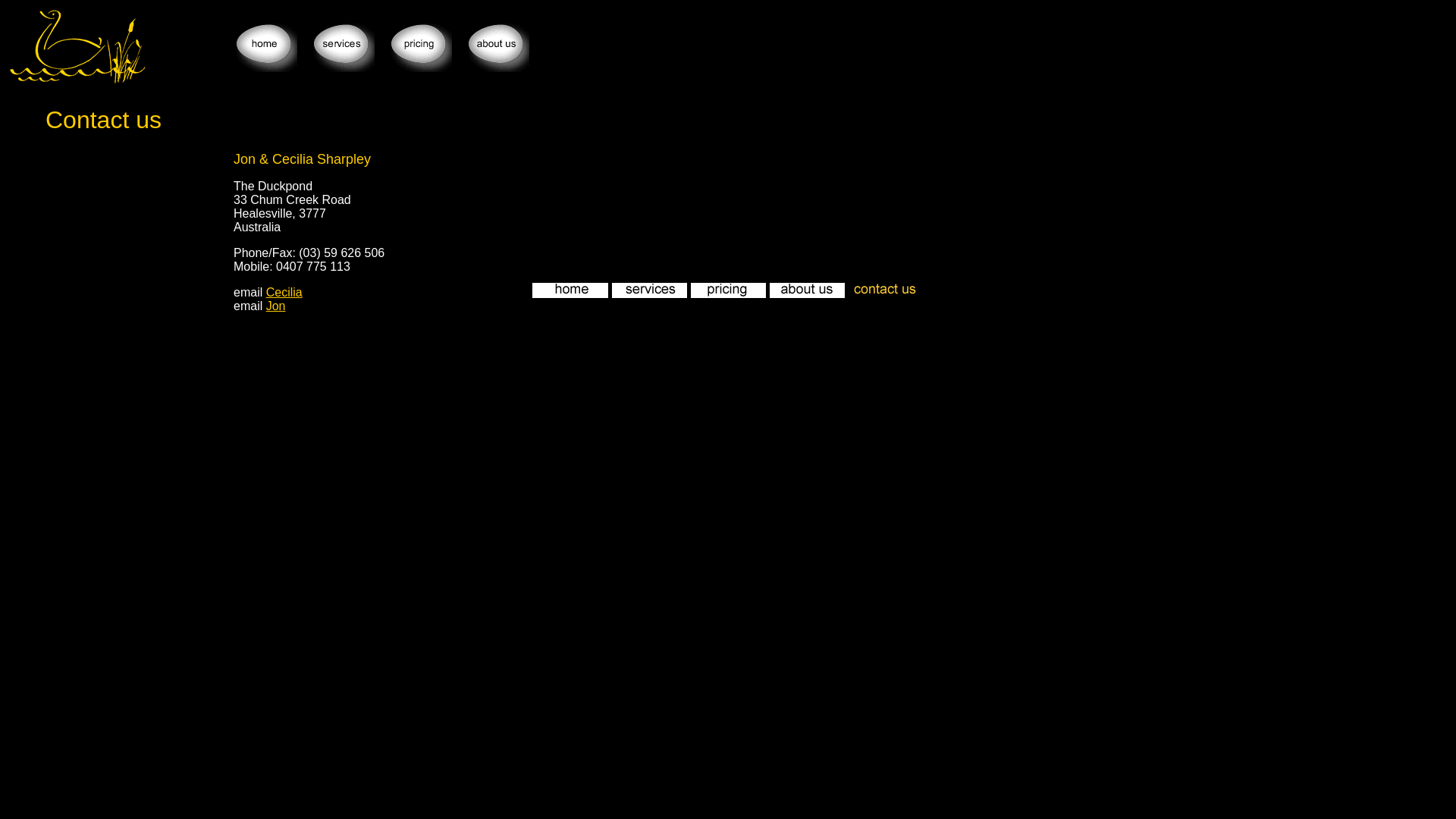 This screenshot has height=819, width=1456. I want to click on 'Jon', so click(276, 306).